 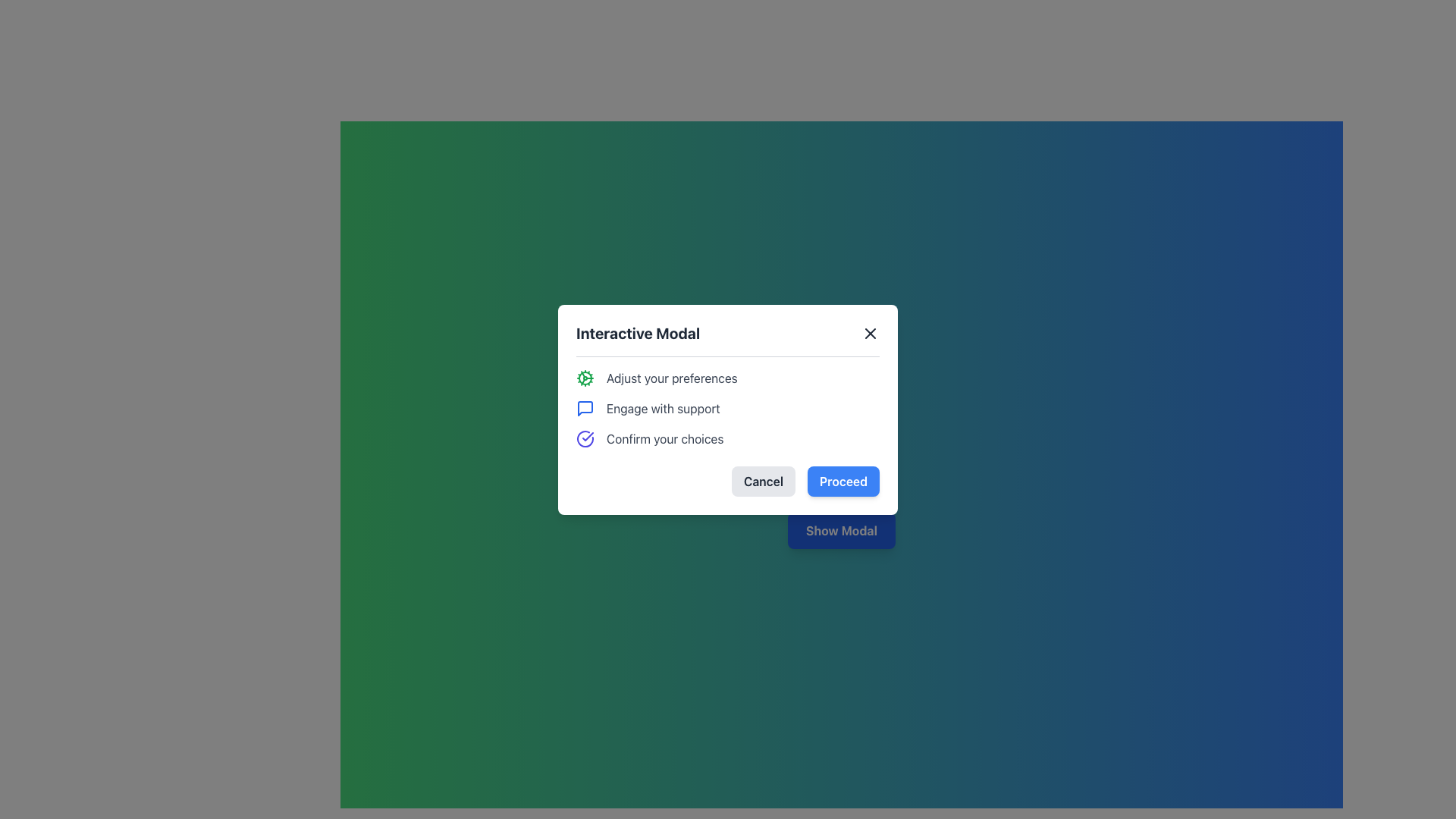 What do you see at coordinates (840, 529) in the screenshot?
I see `the distinct rectangular button with rounded edges that has a deep blue background and white text reading 'Show Modal'` at bounding box center [840, 529].